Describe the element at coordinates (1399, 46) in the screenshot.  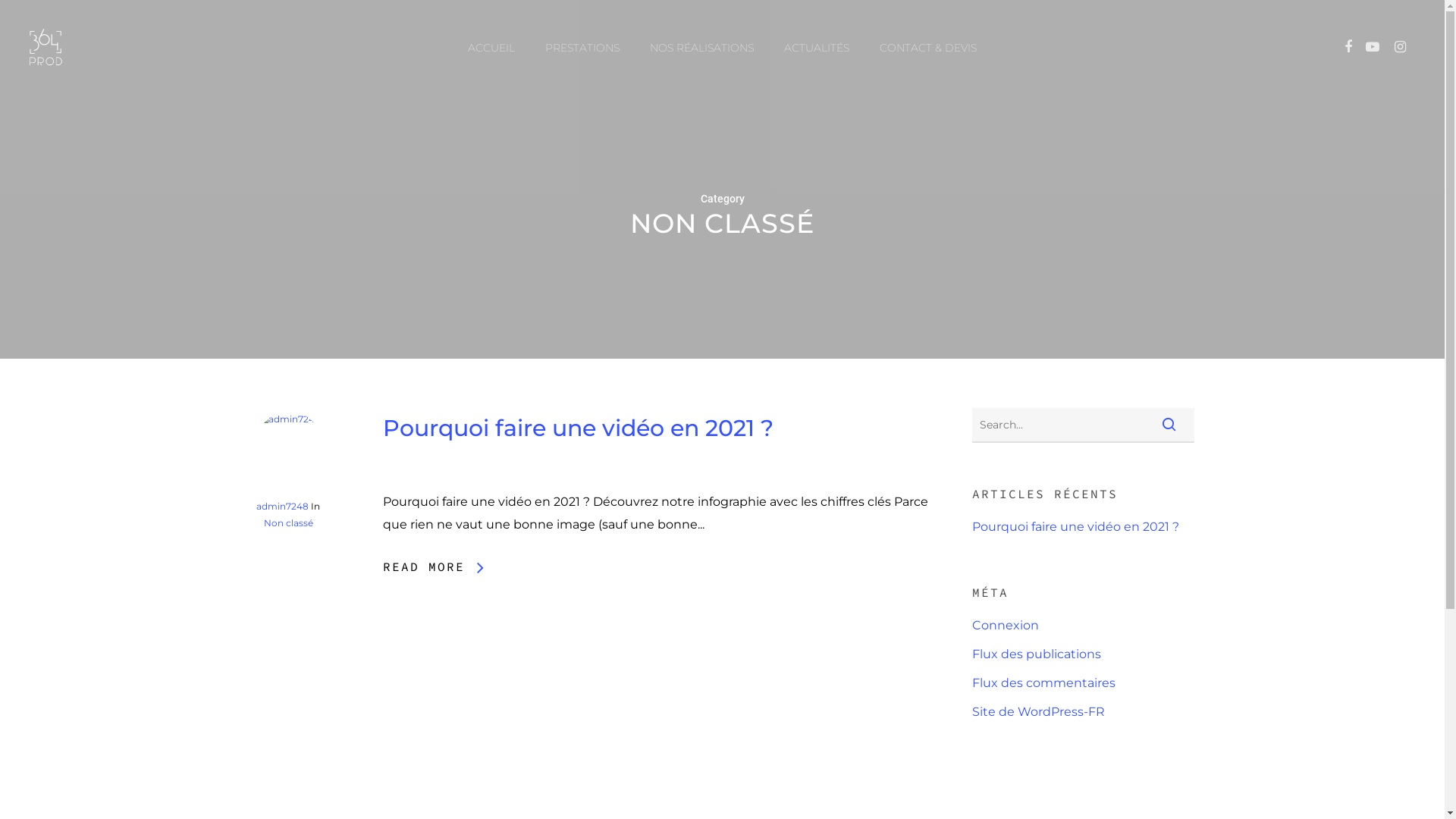
I see `'INSTAGRAM'` at that location.